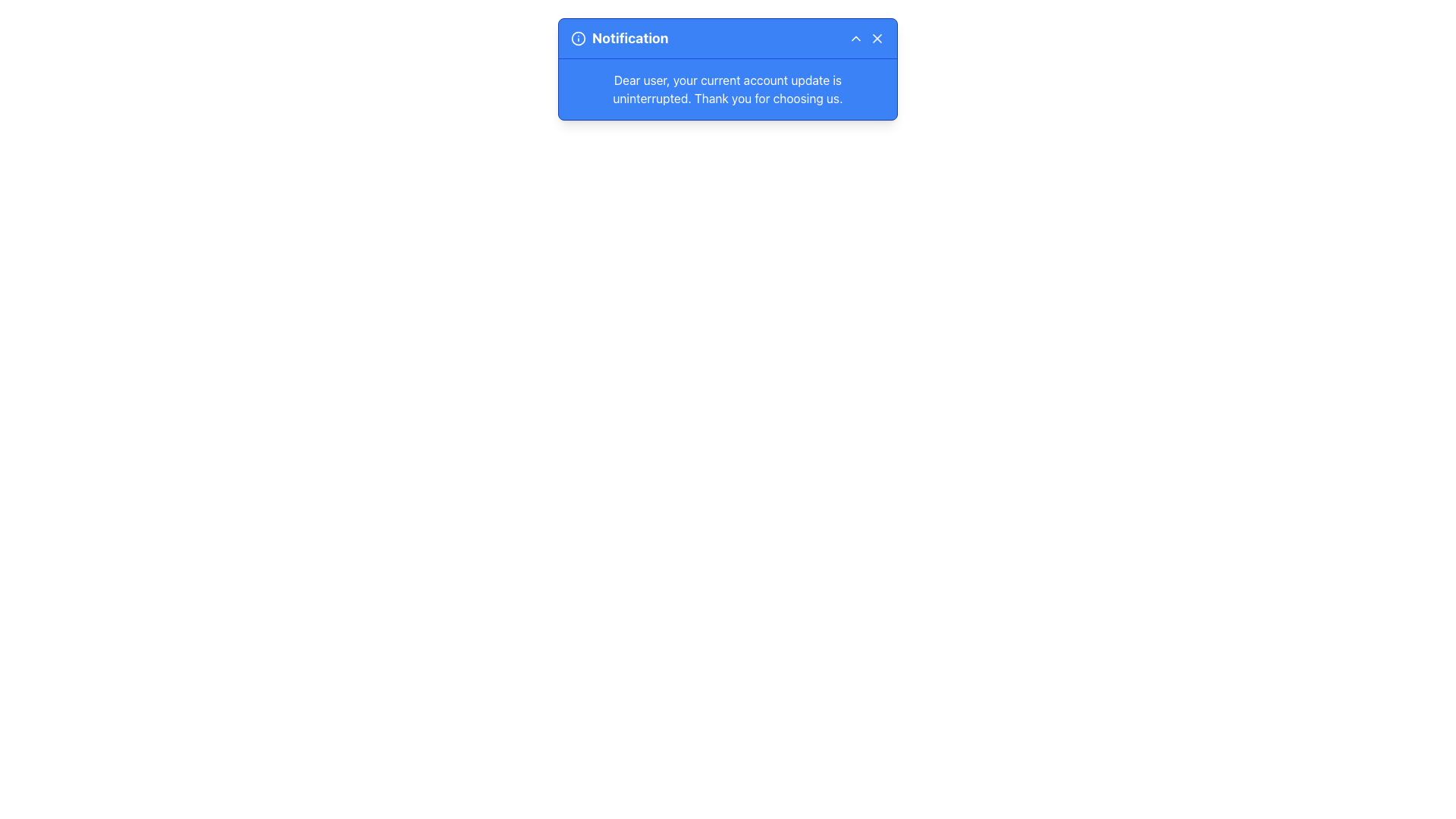 This screenshot has width=1456, height=819. Describe the element at coordinates (877, 37) in the screenshot. I see `the close button icon (cross or 'X') located at the far right corner of the notification bar` at that location.